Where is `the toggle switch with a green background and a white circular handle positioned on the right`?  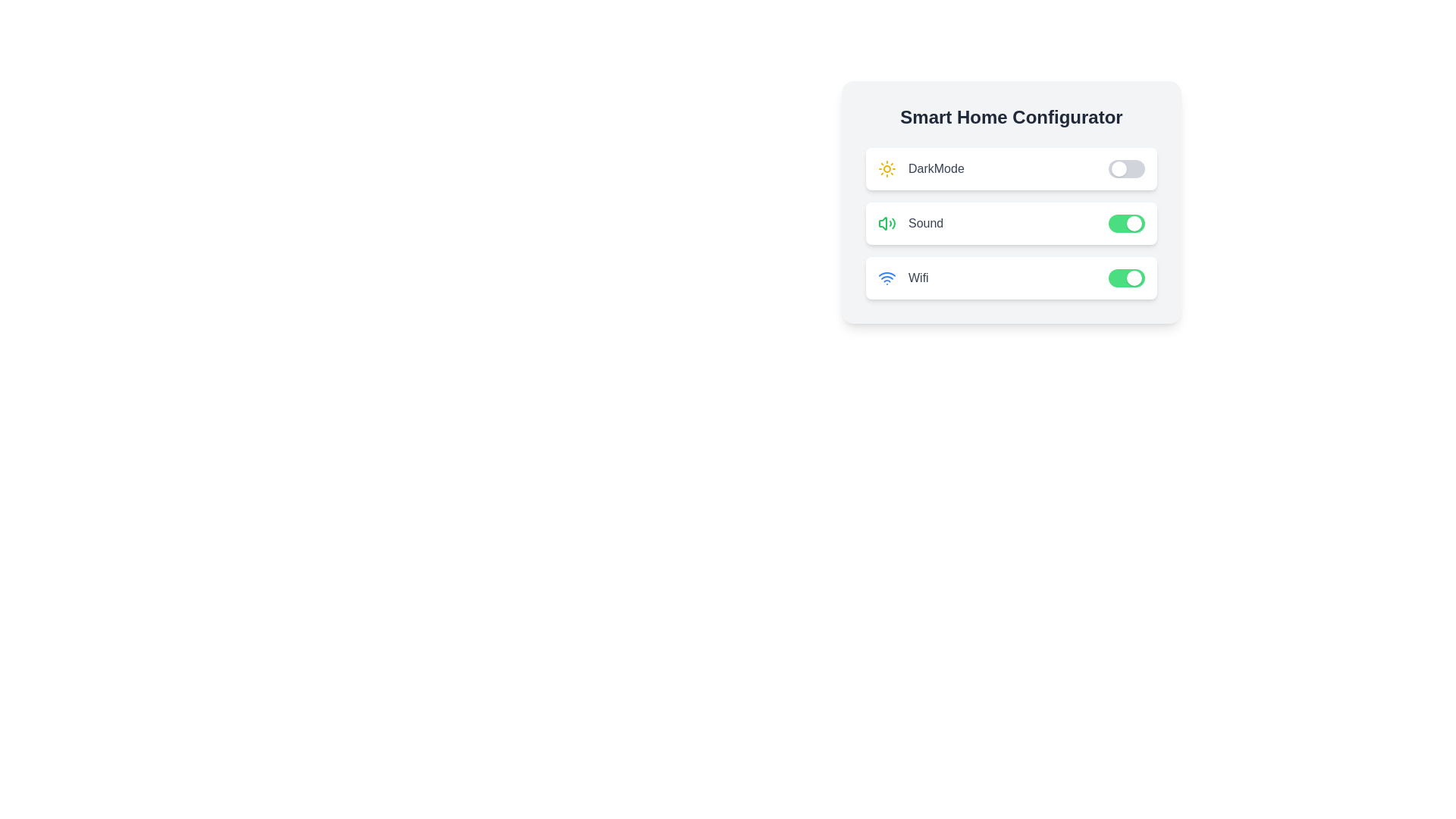 the toggle switch with a green background and a white circular handle positioned on the right is located at coordinates (1127, 223).